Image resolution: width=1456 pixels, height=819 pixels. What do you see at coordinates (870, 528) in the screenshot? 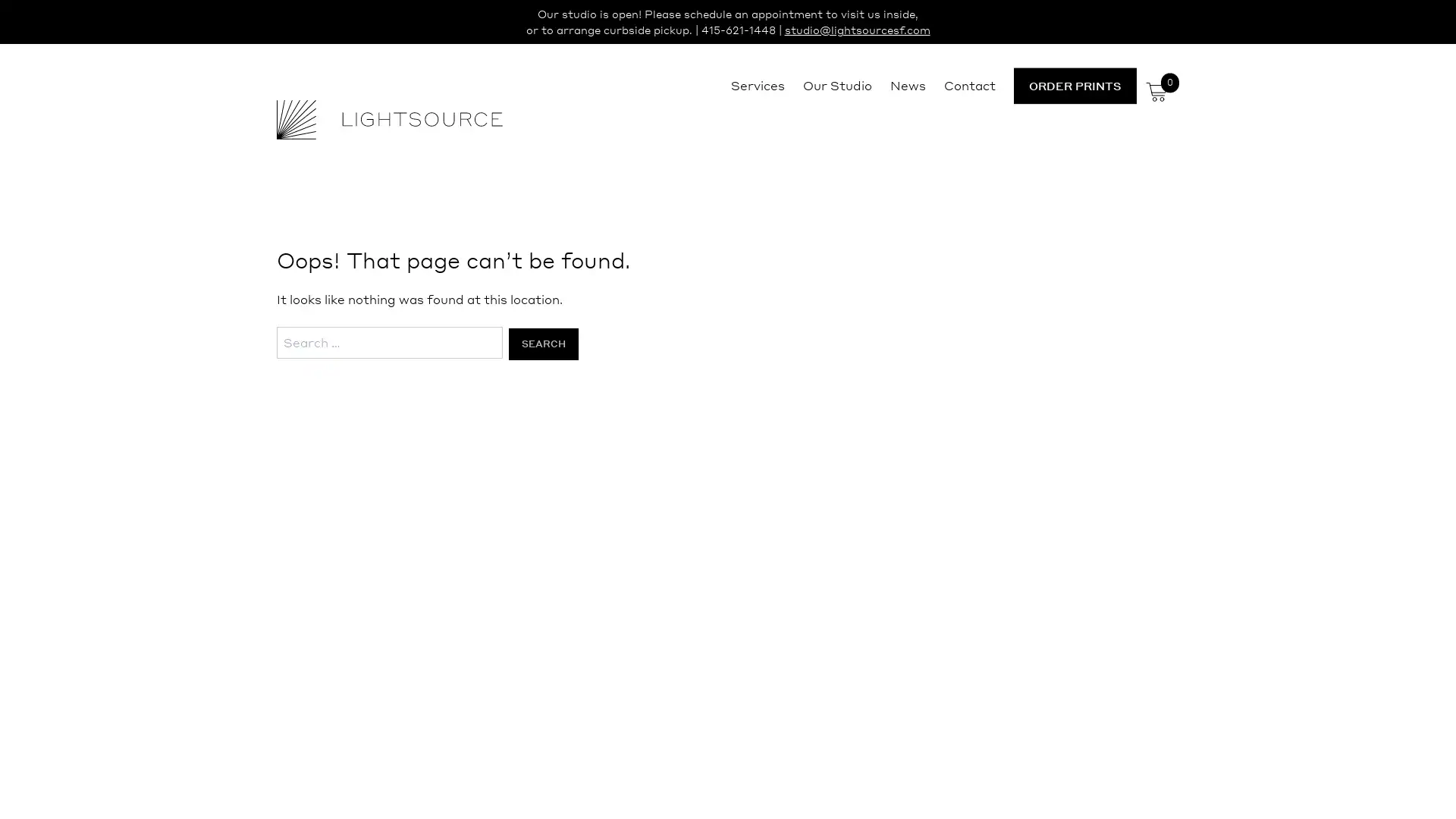
I see `Sign up` at bounding box center [870, 528].